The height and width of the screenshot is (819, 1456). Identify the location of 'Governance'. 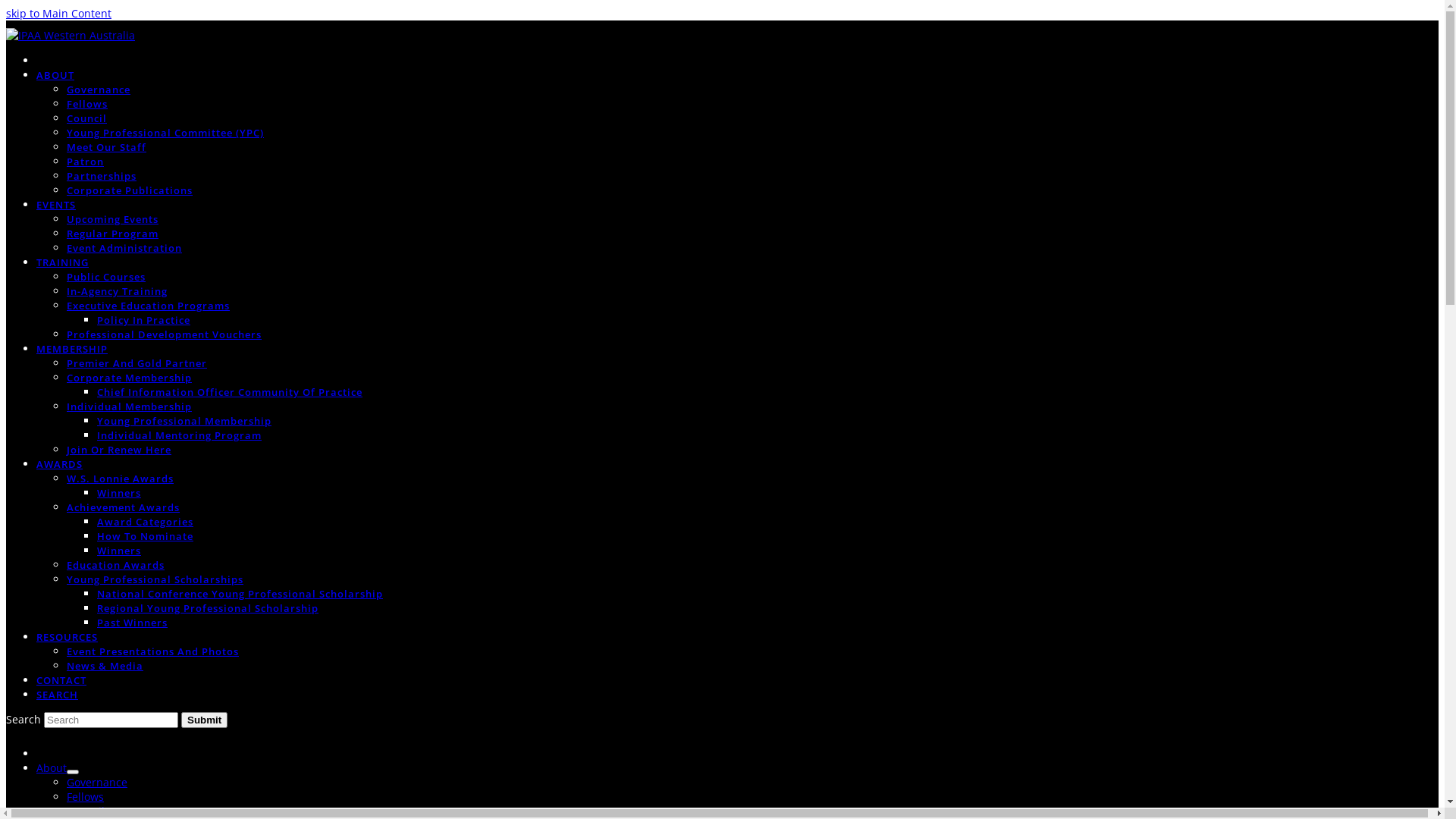
(96, 782).